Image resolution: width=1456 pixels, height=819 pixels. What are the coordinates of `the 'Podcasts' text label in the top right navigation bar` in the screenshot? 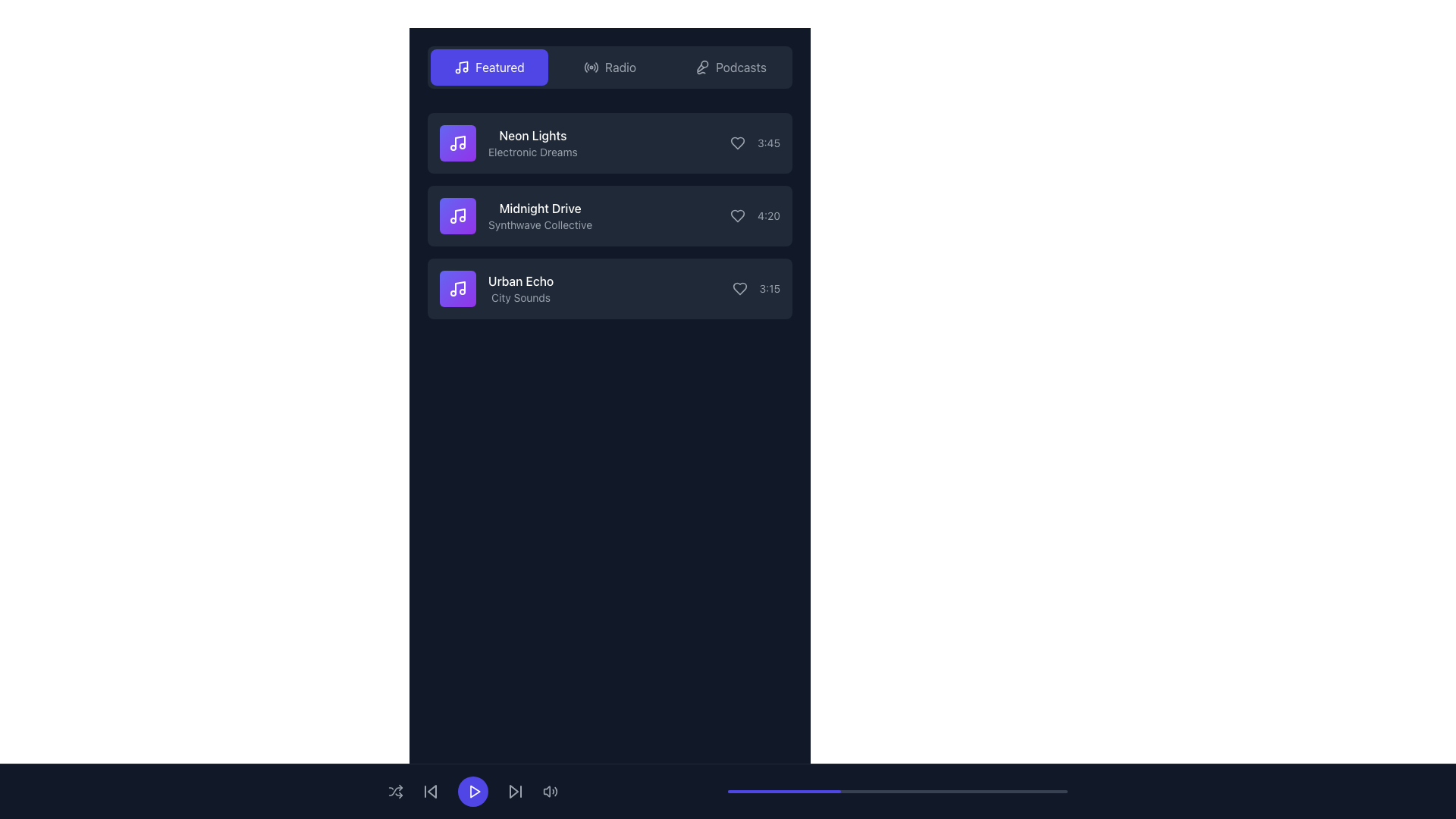 It's located at (741, 66).